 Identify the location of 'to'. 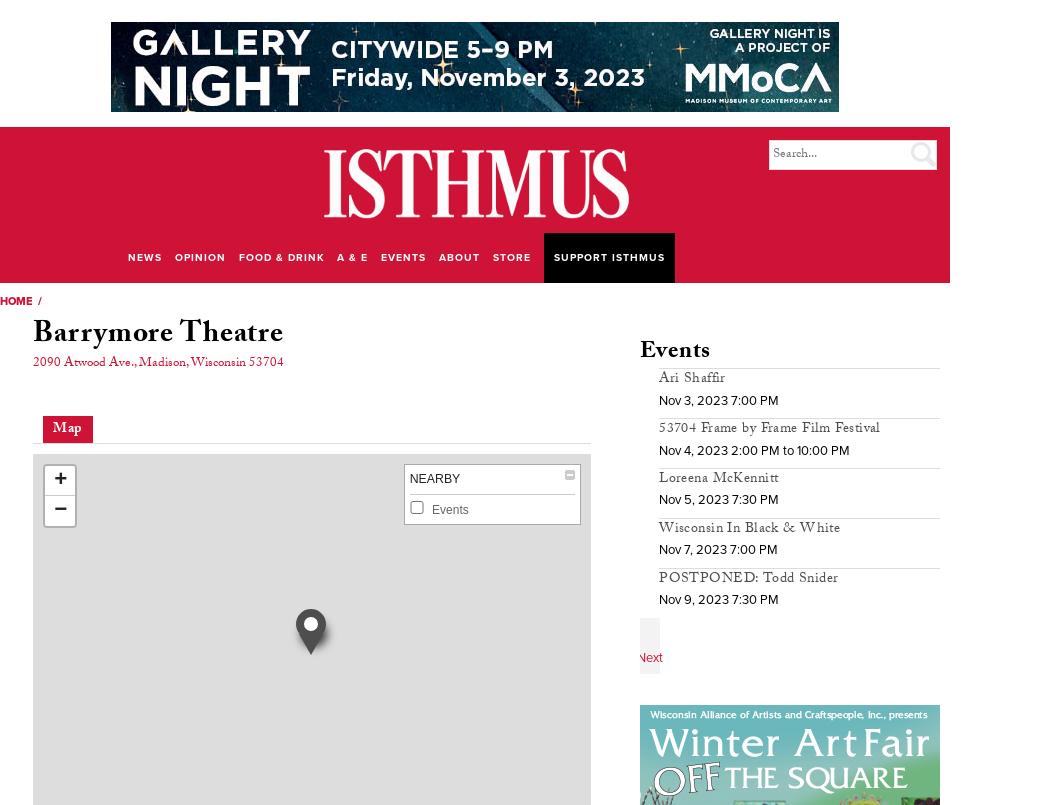
(787, 448).